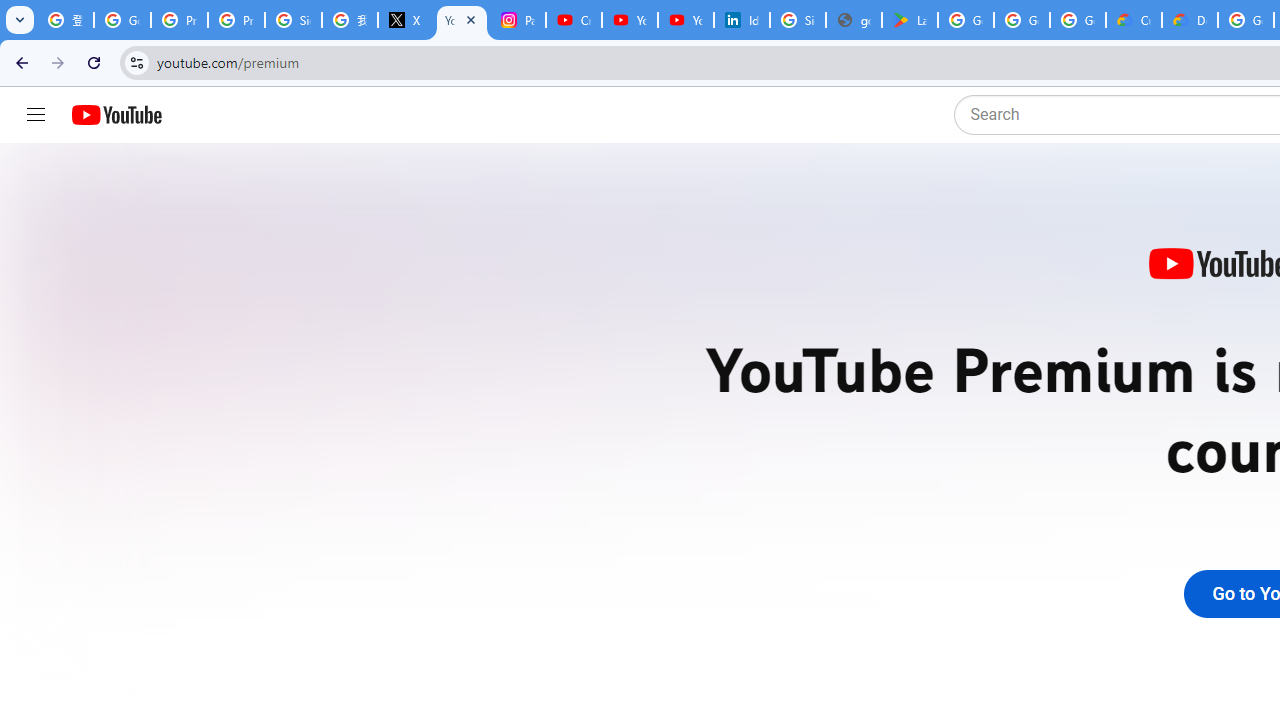 The height and width of the screenshot is (720, 1280). What do you see at coordinates (853, 20) in the screenshot?
I see `'google_privacy_policy_en.pdf'` at bounding box center [853, 20].